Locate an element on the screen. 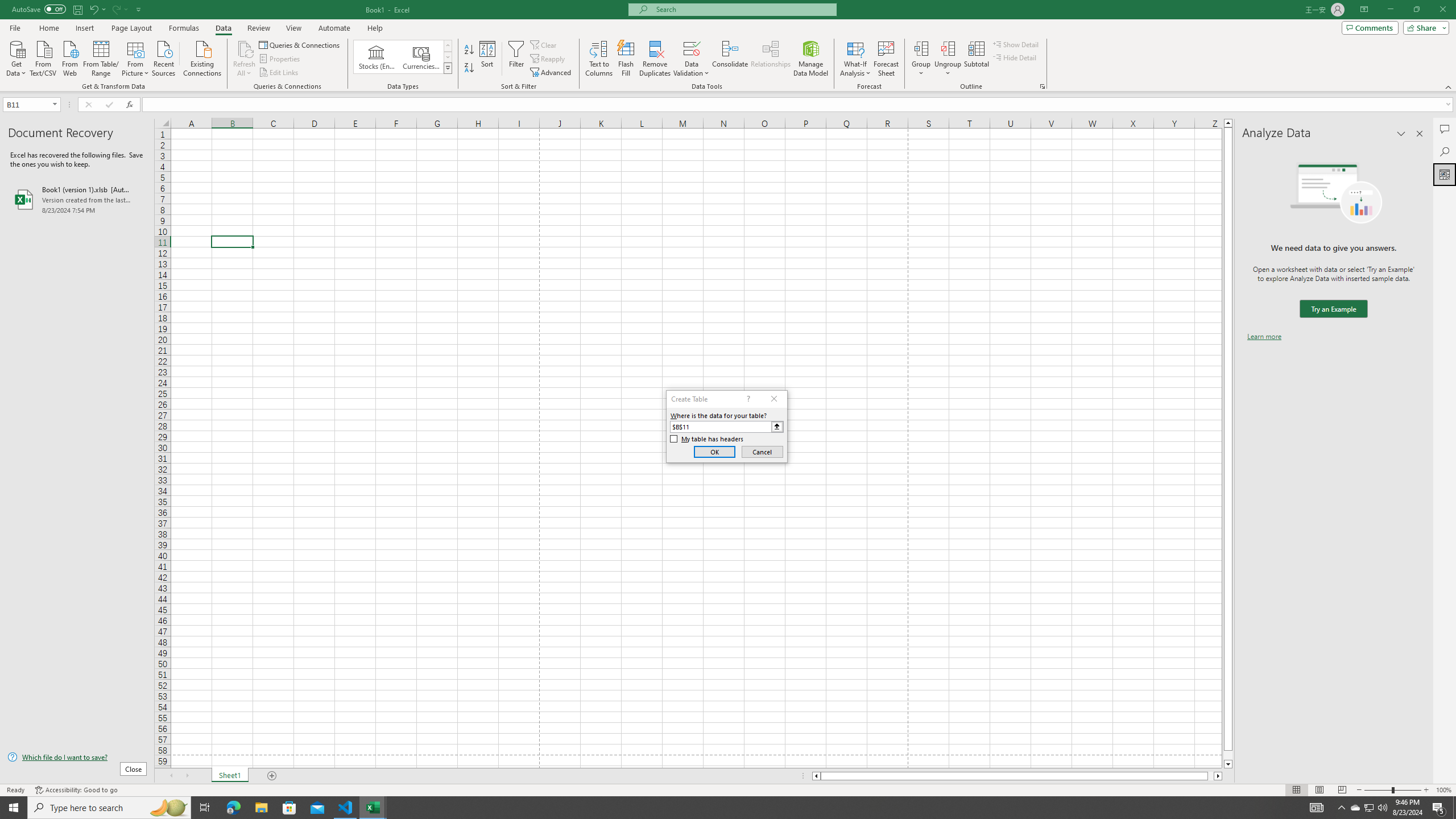 This screenshot has height=819, width=1456. 'Formulas' is located at coordinates (185, 28).